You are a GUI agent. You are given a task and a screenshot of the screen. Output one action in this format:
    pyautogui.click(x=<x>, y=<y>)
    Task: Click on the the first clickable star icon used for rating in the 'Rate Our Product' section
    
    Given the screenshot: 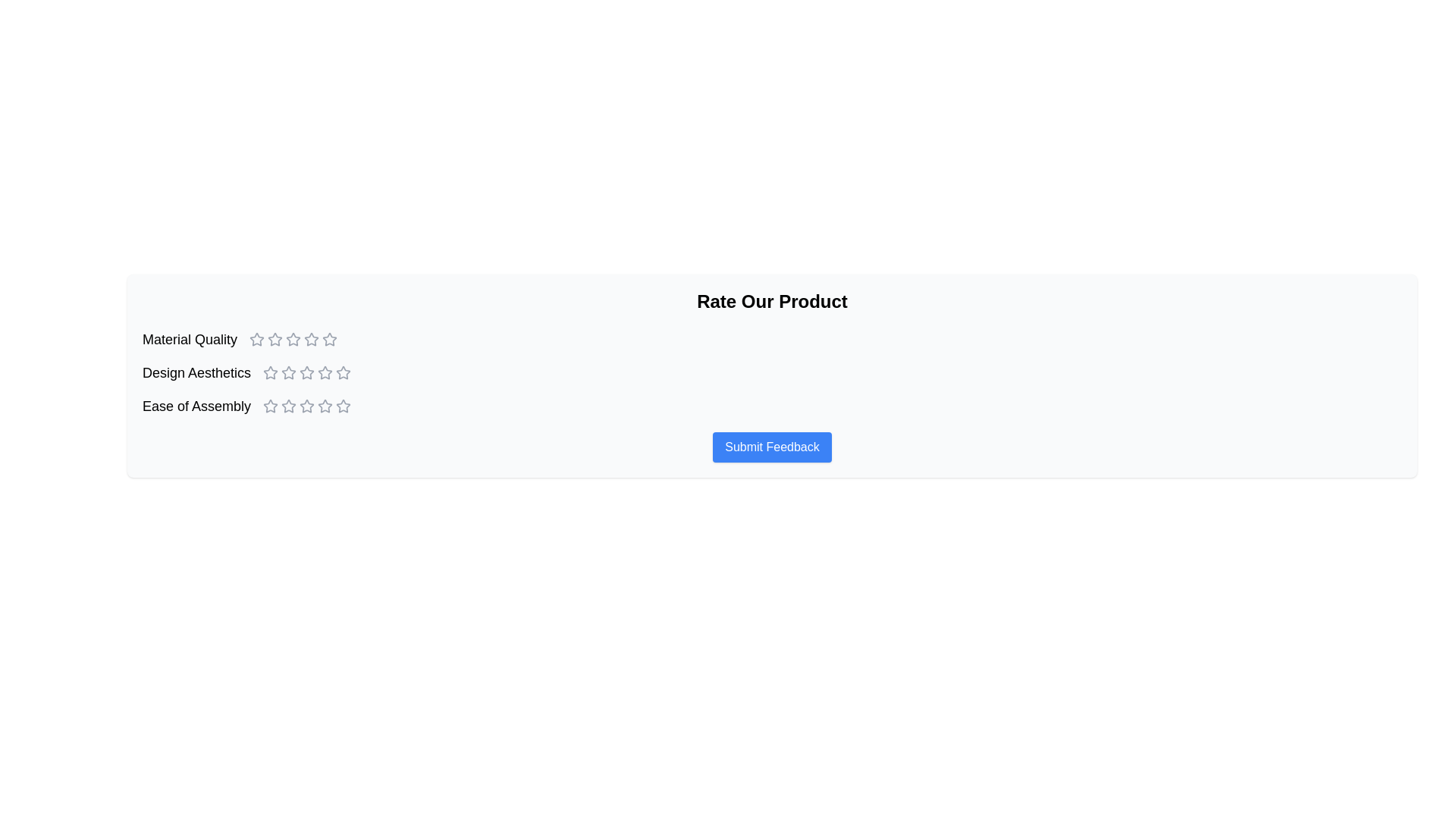 What is the action you would take?
    pyautogui.click(x=257, y=338)
    